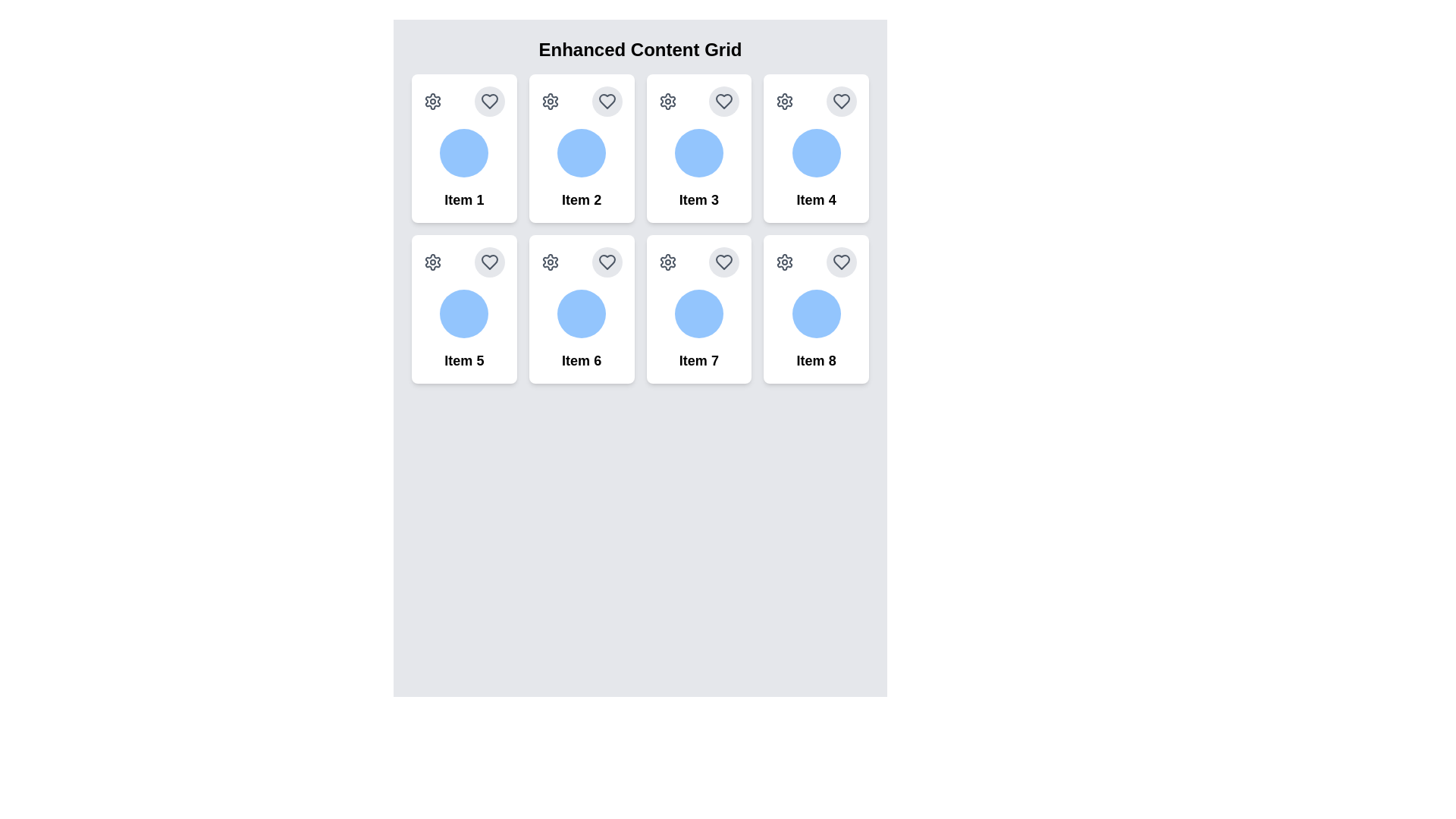  What do you see at coordinates (698, 152) in the screenshot?
I see `the decorative circular element inside the card labeled 'Item 3' located in the second row, third column of the grid layout` at bounding box center [698, 152].